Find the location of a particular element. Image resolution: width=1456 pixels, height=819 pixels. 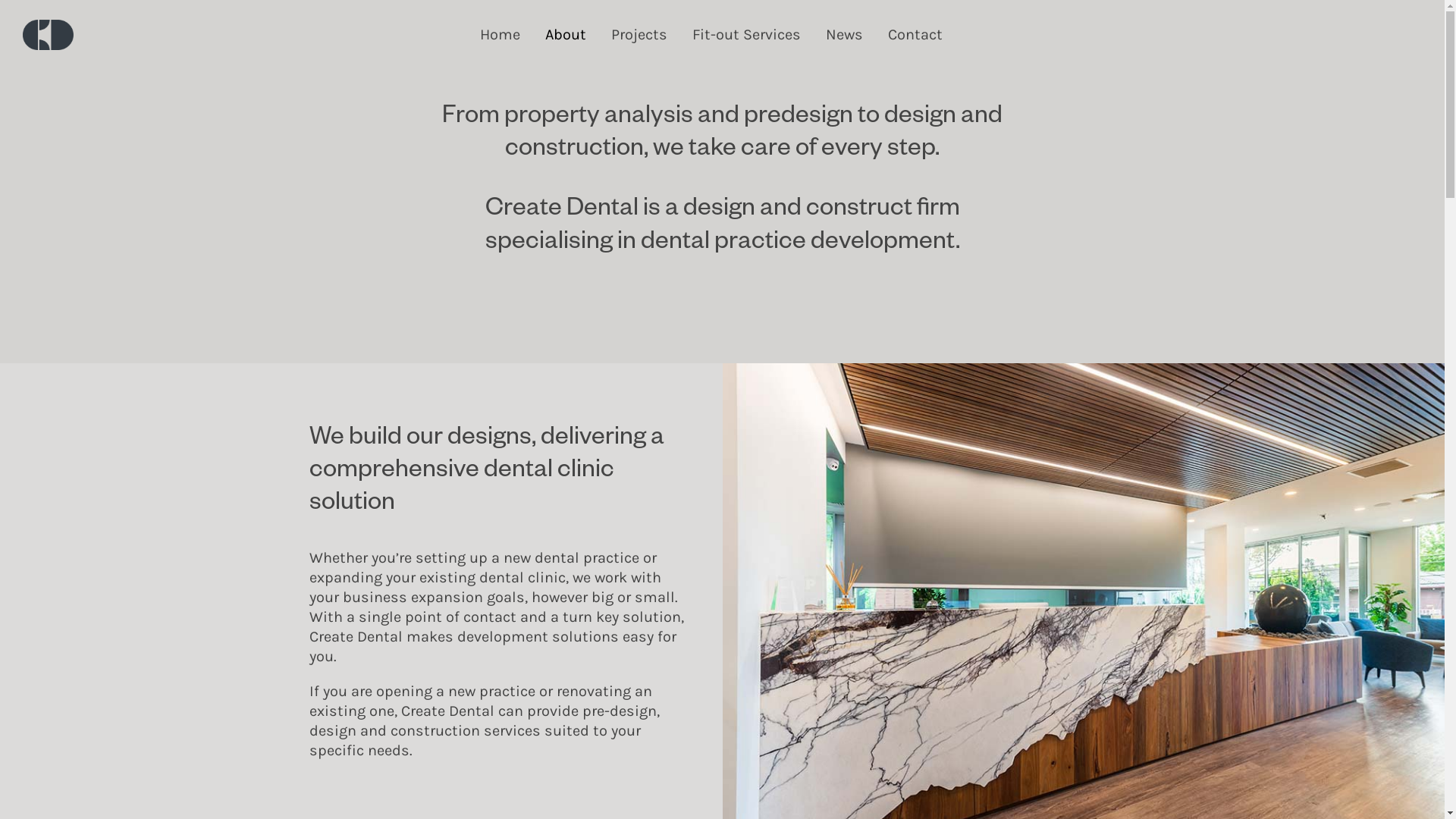

'About' is located at coordinates (563, 34).